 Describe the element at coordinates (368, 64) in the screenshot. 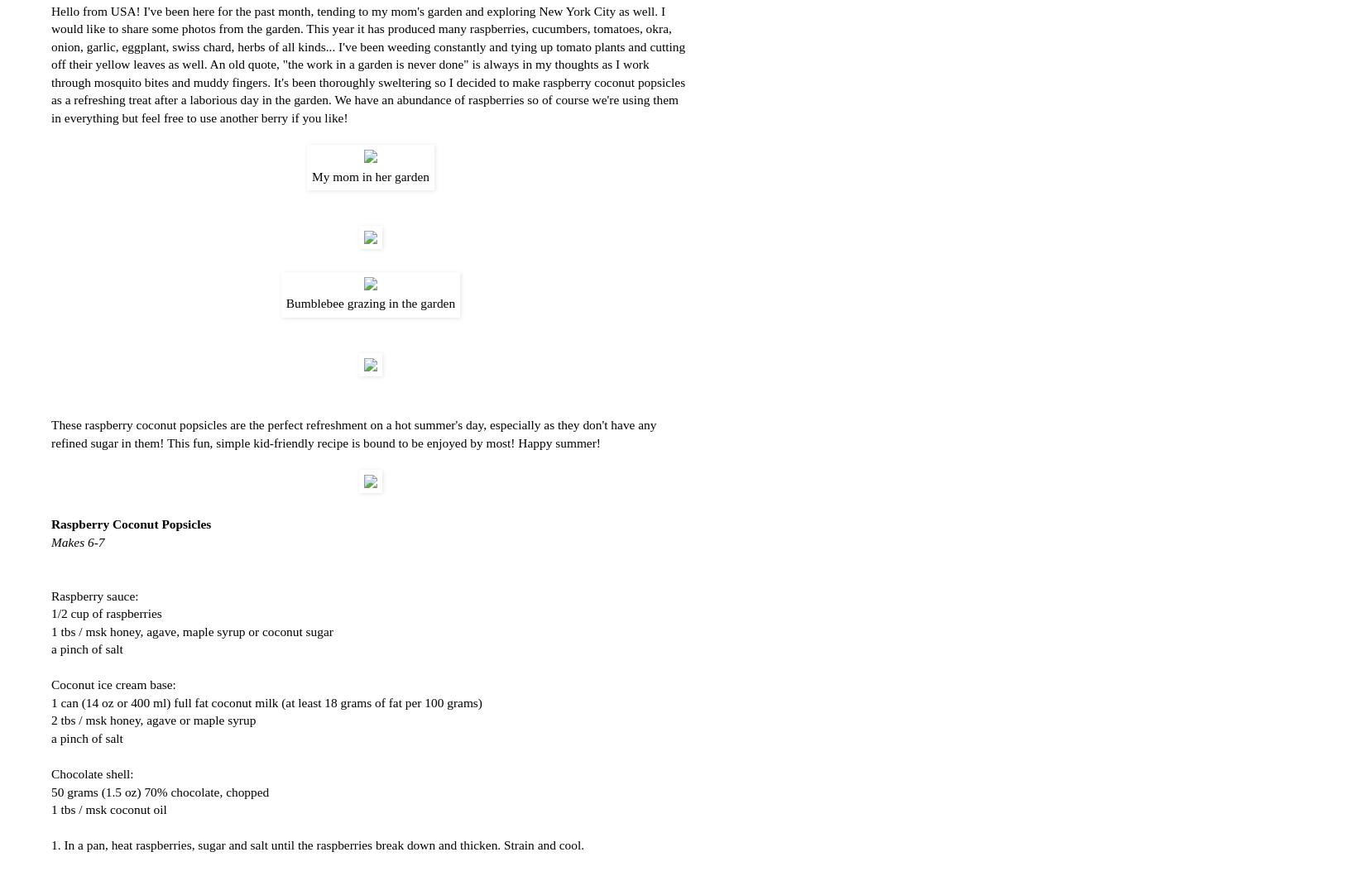

I see `'Hello from USA! I've been here for the past month, tending to my mom's garden and exploring New York City as well. I would like to share some photos from the garden. This year it has produced many raspberries, cucumbers, tomatoes, okra, onion, garlic, eggplant, swiss chard, herbs of all kinds... I've been weeding constantly and tying up tomato plants and cutting off their yellow leaves as well. An old quote, "the work in a garden is never done" is always in my thoughts as I work through mosquito bites and muddy fingers. It's been thoroughly sweltering so I decided to make raspberry coconut popsicles as a refreshing treat after a laborious day in the garden. We have an abundance of raspberries so of course we're using them in everything but feel free to use another berry if you like!'` at that location.